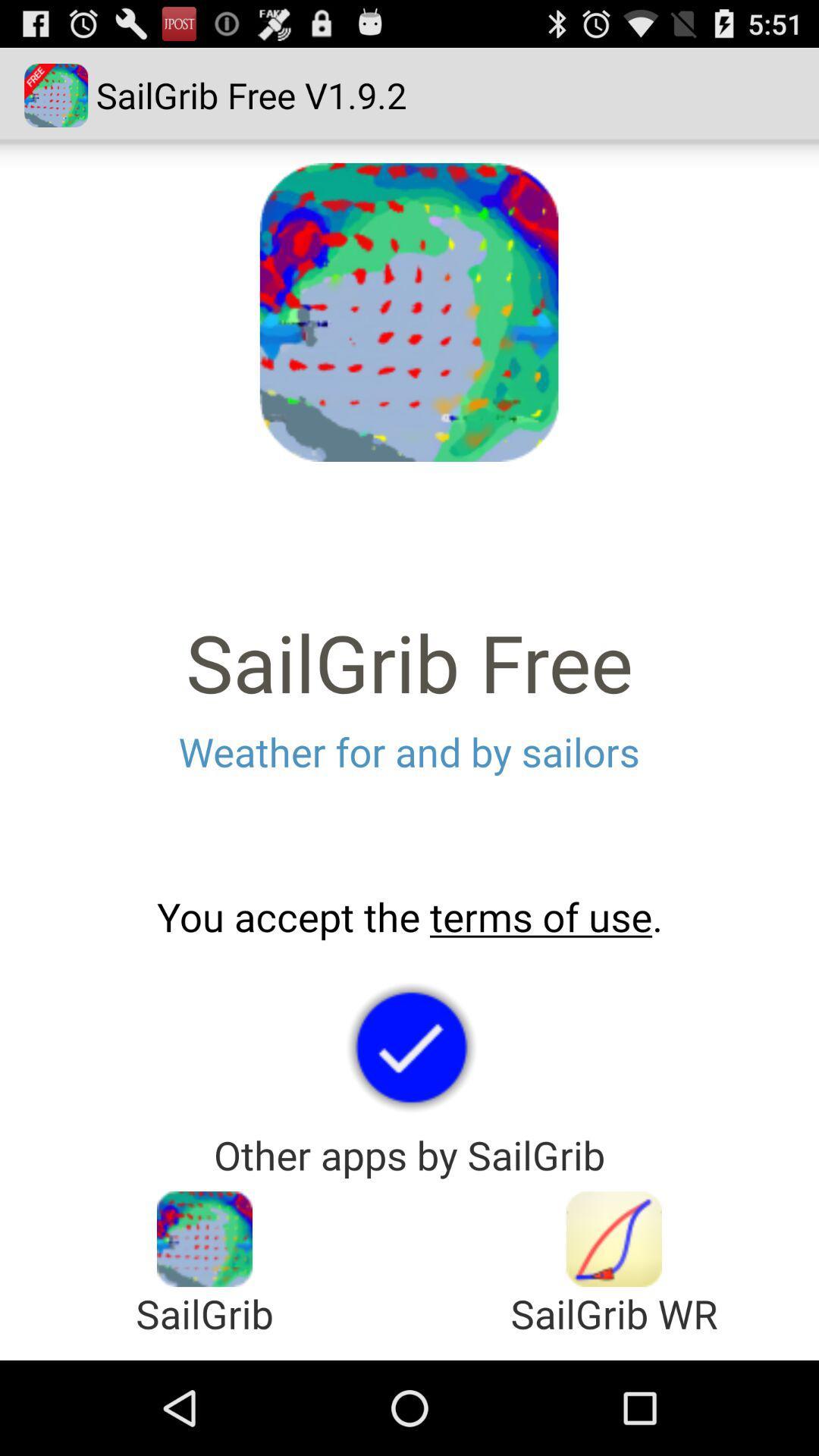 This screenshot has width=819, height=1456. What do you see at coordinates (205, 1239) in the screenshot?
I see `open sailgrib` at bounding box center [205, 1239].